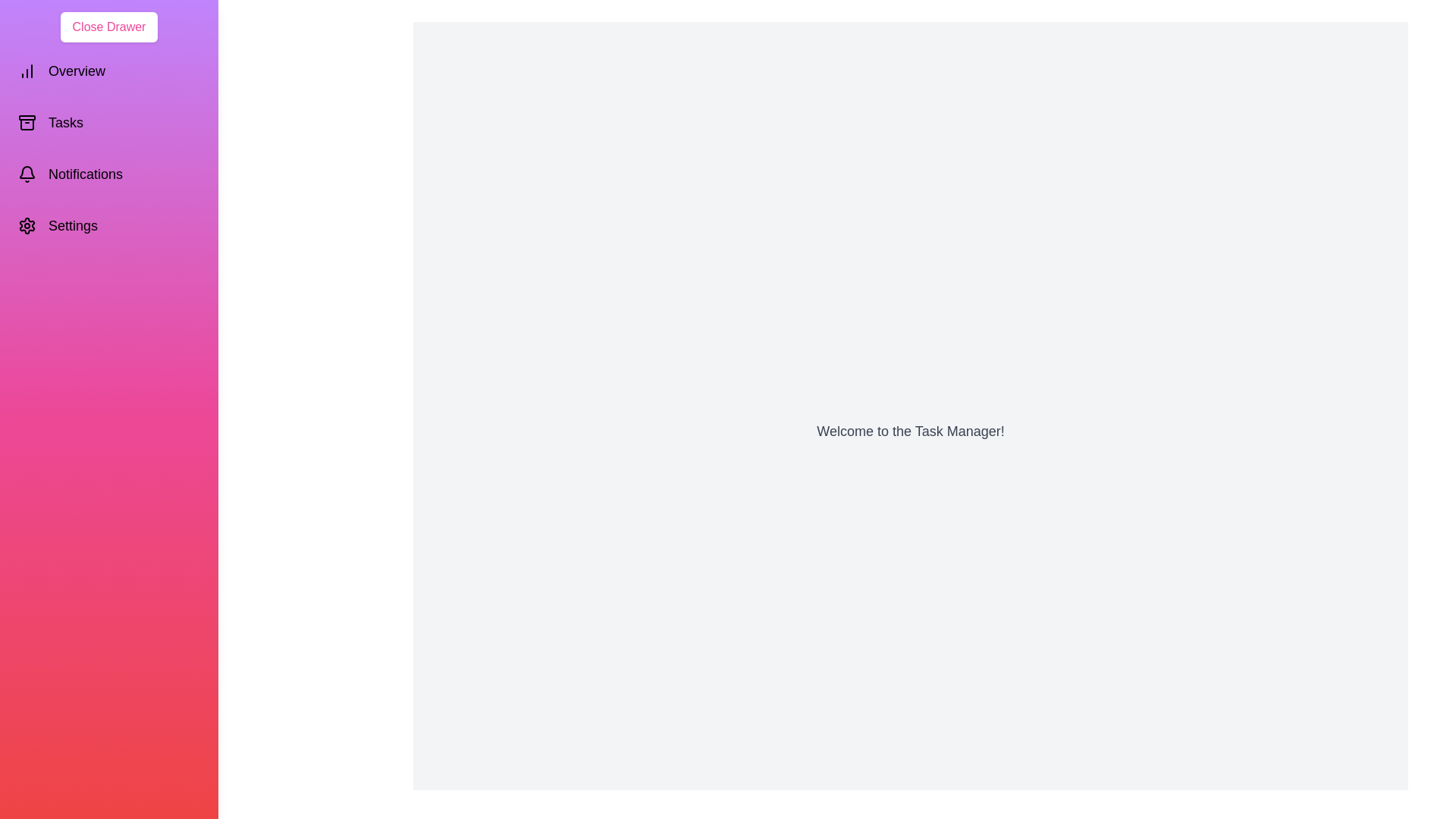  What do you see at coordinates (108, 122) in the screenshot?
I see `the 'Tasks' section in the drawer` at bounding box center [108, 122].